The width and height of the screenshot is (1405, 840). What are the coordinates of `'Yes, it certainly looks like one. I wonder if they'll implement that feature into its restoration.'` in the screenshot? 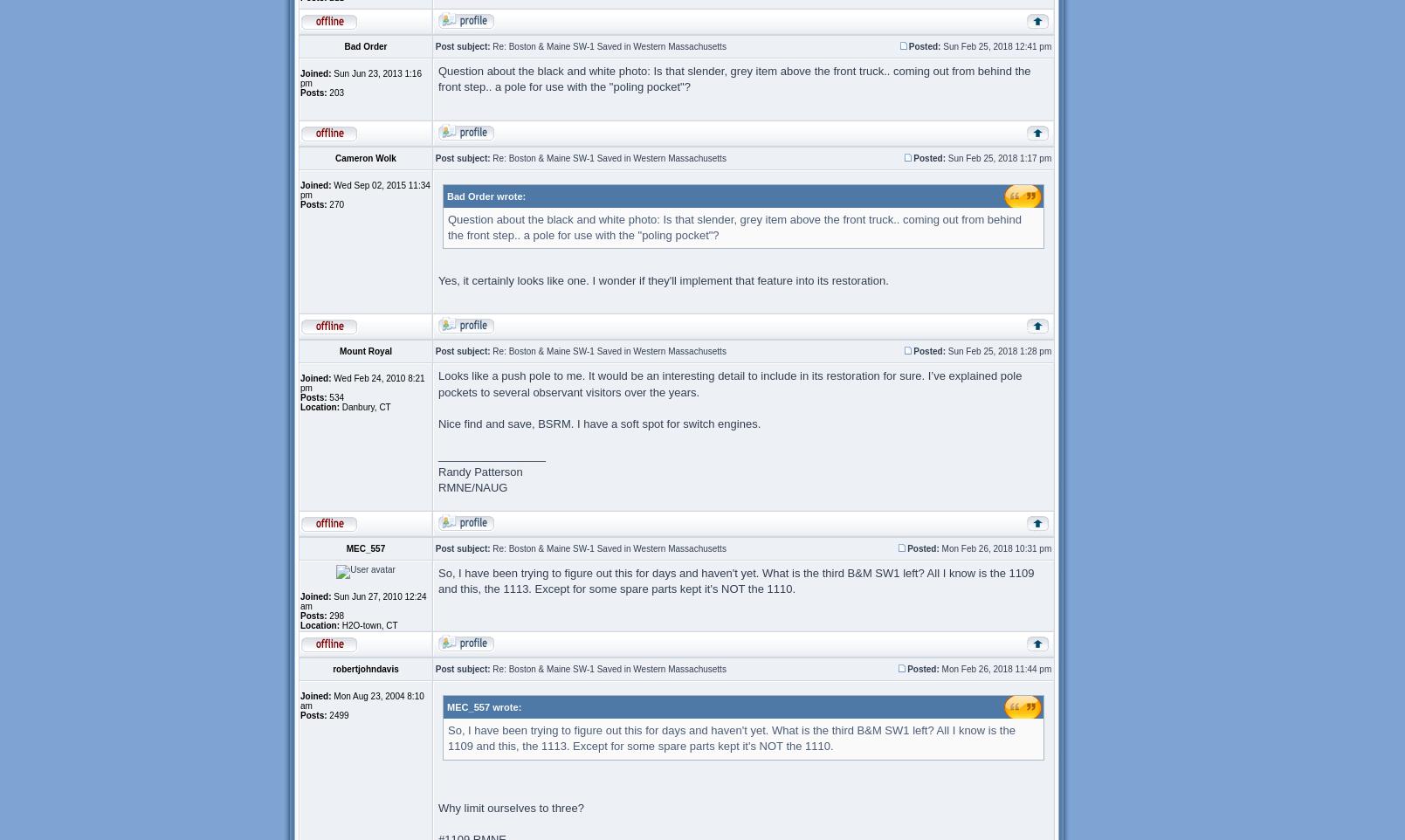 It's located at (437, 279).